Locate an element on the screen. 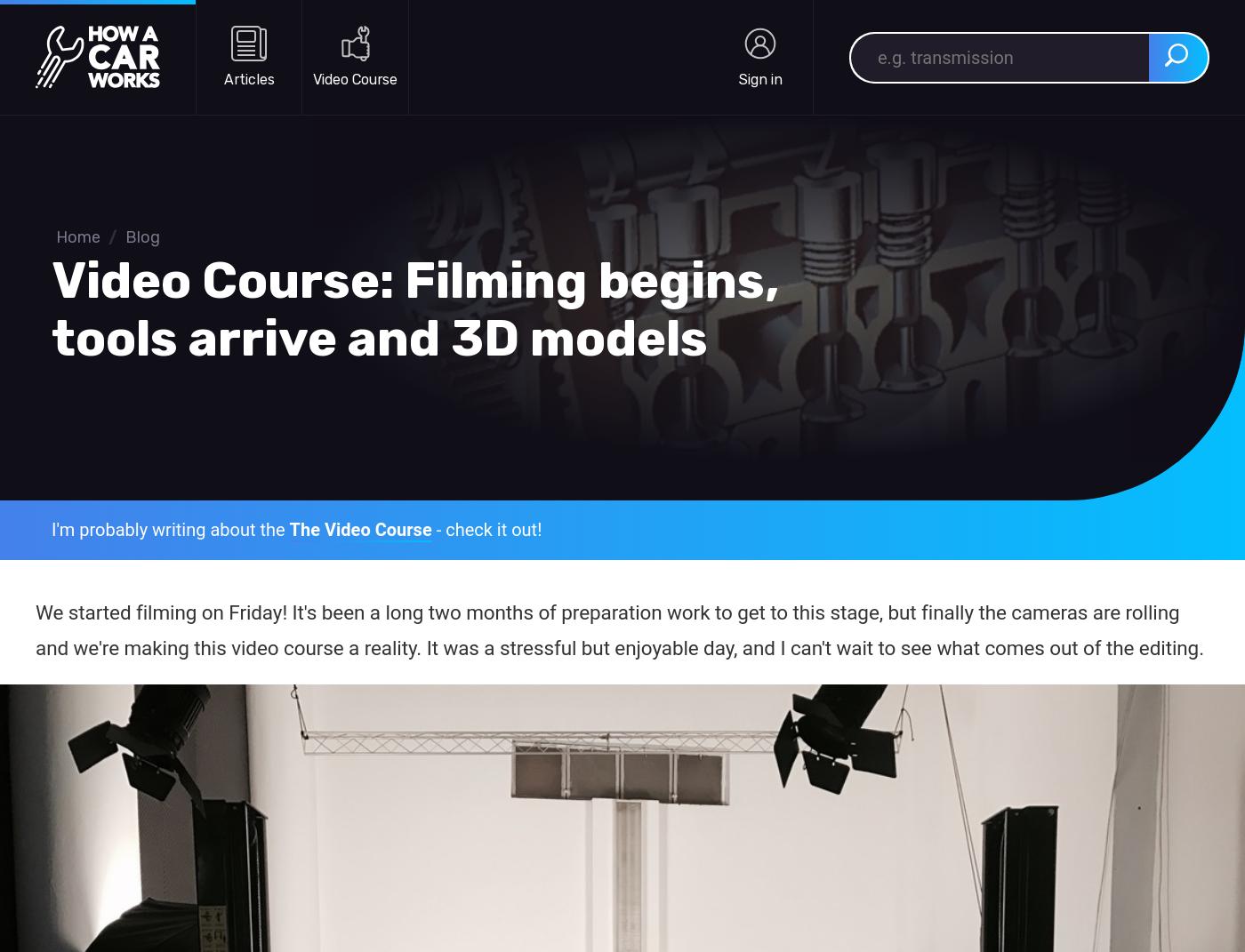 The height and width of the screenshot is (952, 1245). 'Articles' is located at coordinates (223, 78).